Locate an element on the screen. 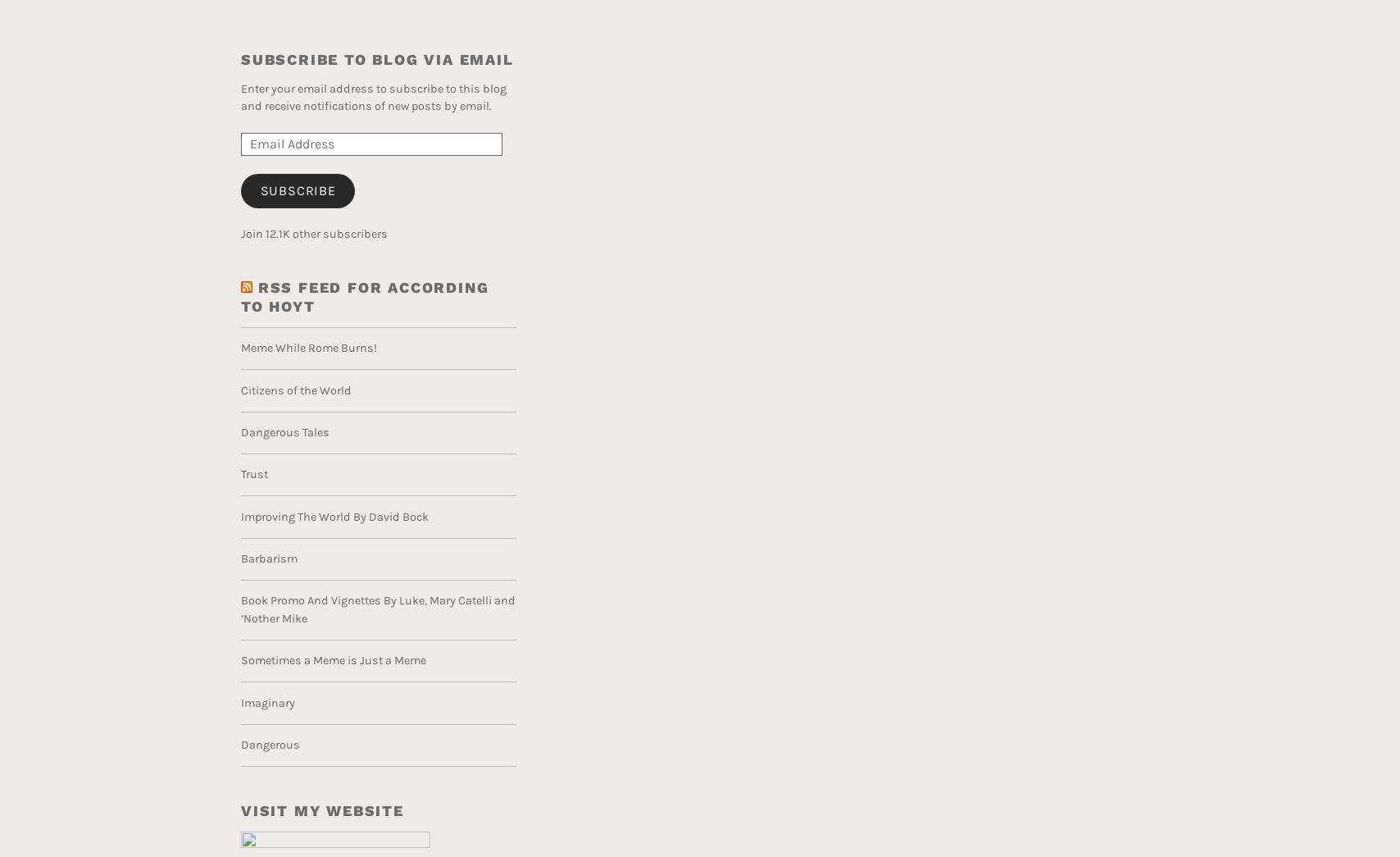 Image resolution: width=1400 pixels, height=857 pixels. 'Barbarism' is located at coordinates (269, 558).